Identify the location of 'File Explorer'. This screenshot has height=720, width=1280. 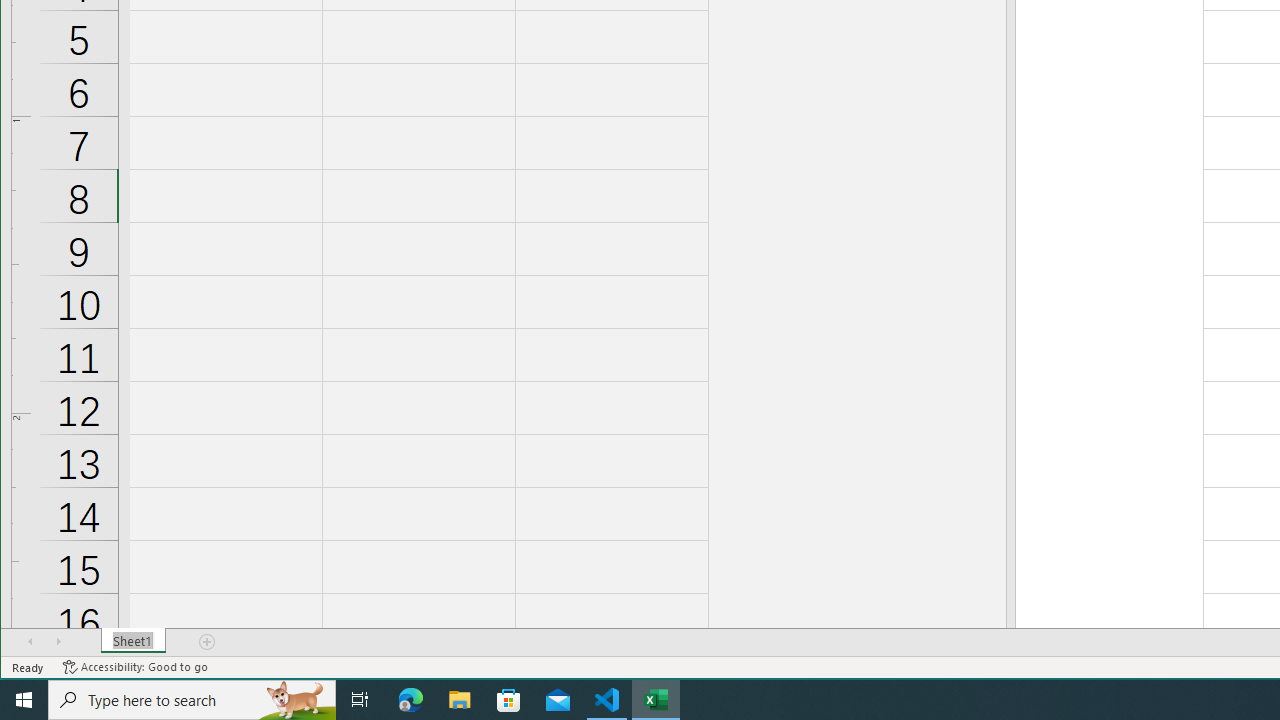
(459, 698).